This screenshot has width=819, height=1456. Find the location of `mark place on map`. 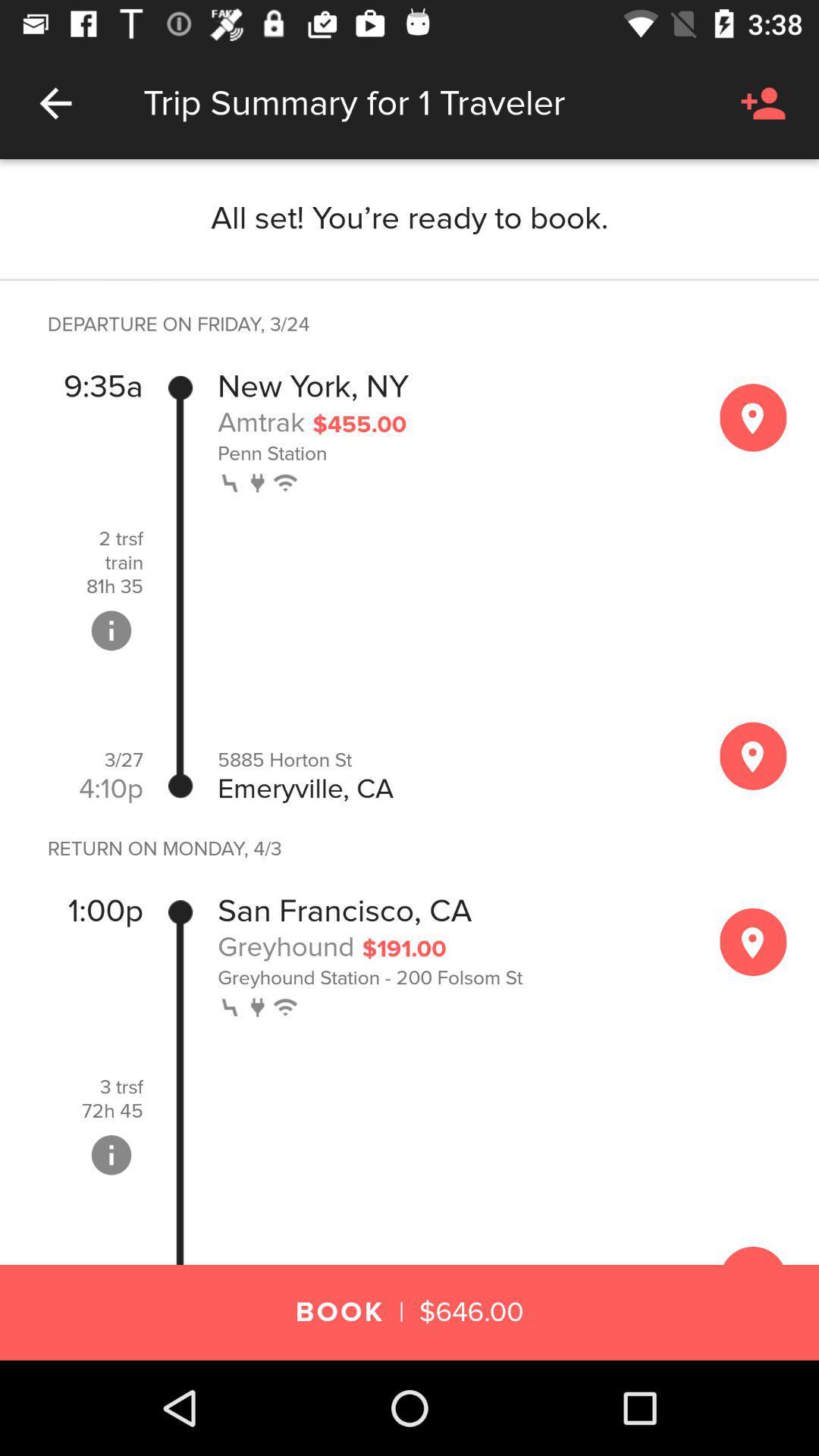

mark place on map is located at coordinates (753, 941).